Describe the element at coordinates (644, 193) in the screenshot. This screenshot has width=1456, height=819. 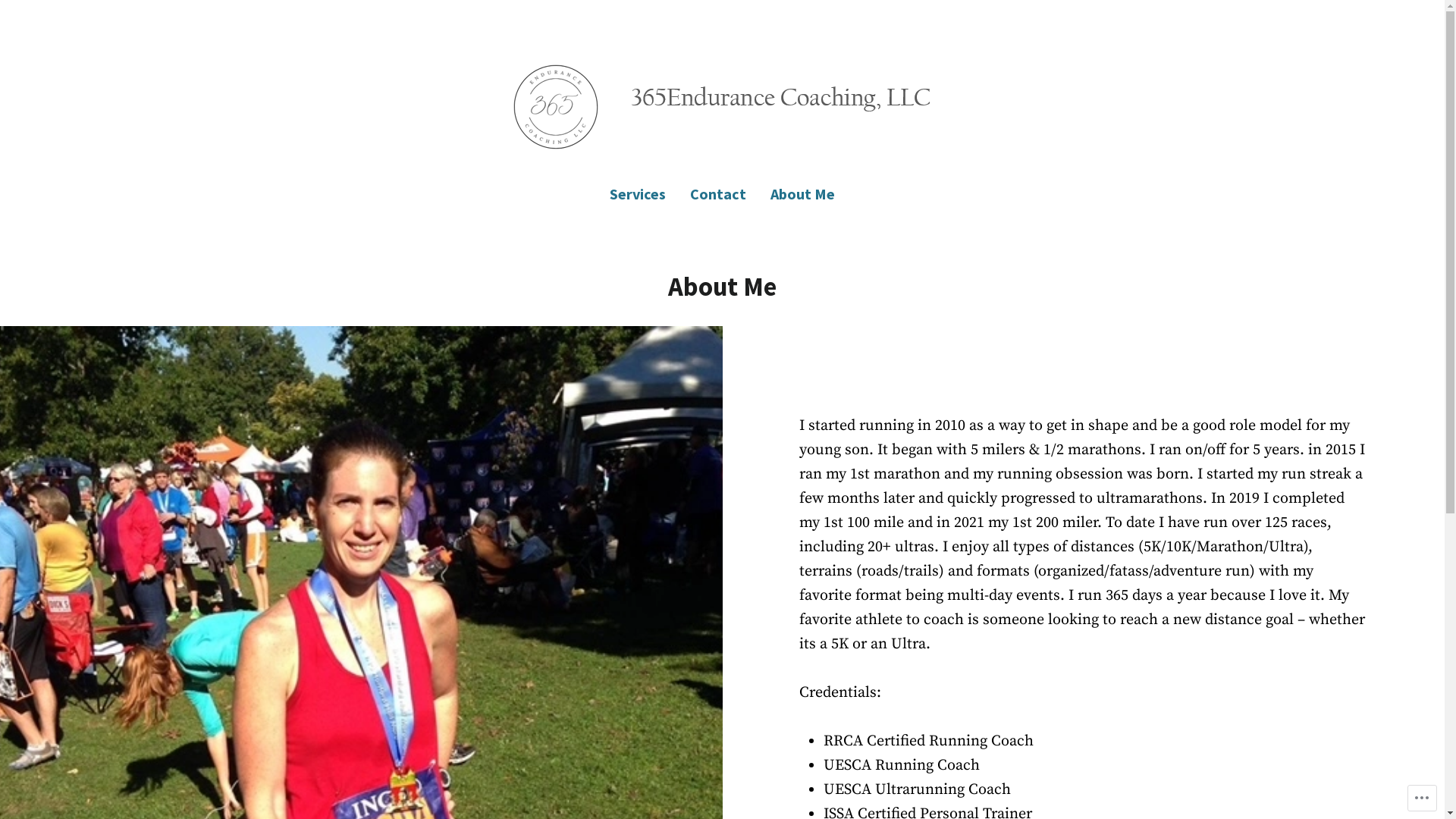
I see `'Services'` at that location.